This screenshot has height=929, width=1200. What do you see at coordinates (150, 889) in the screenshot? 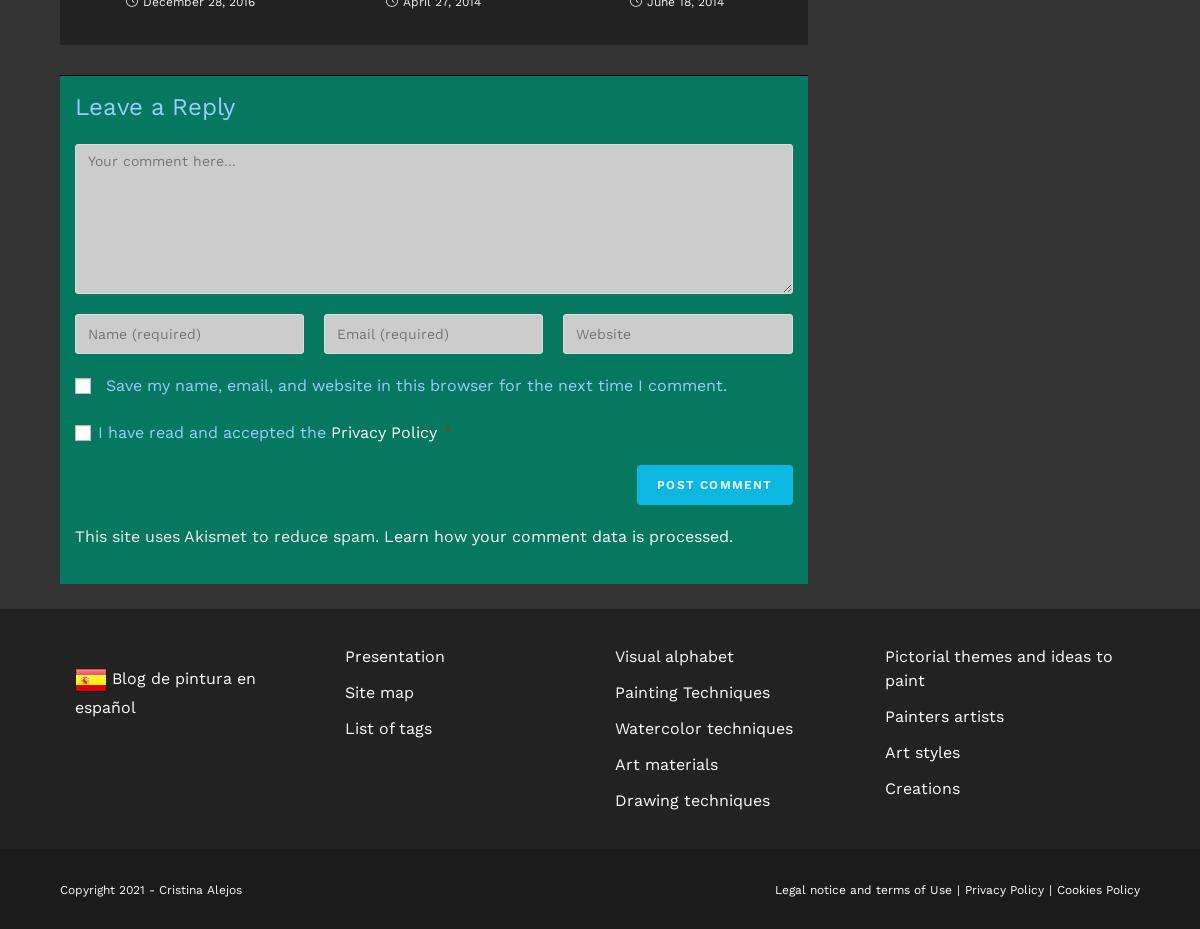
I see `'Copyright 2021 - Cristina Alejos'` at bounding box center [150, 889].